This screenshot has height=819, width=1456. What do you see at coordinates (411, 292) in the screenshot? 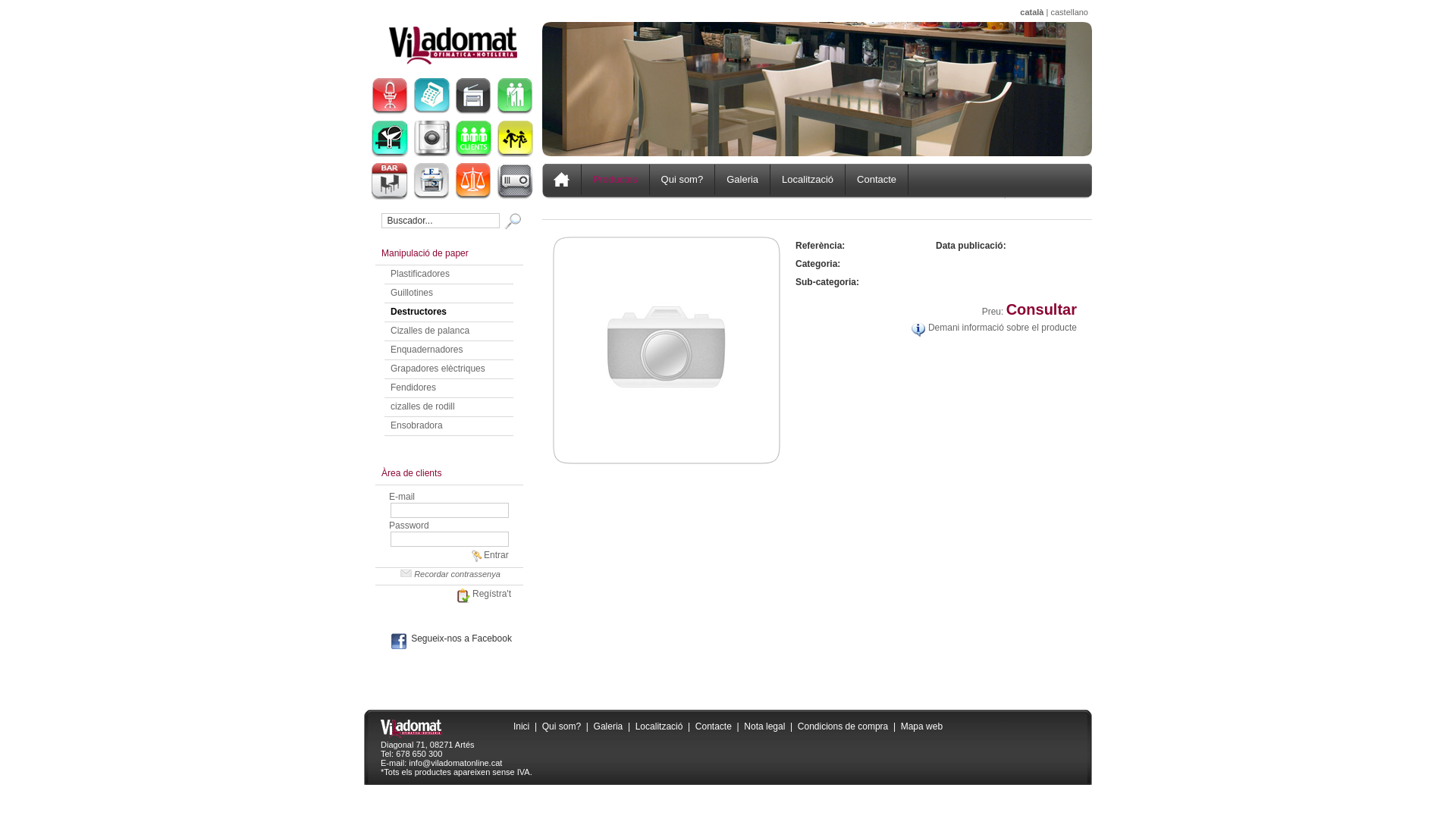
I see `'Guillotines'` at bounding box center [411, 292].